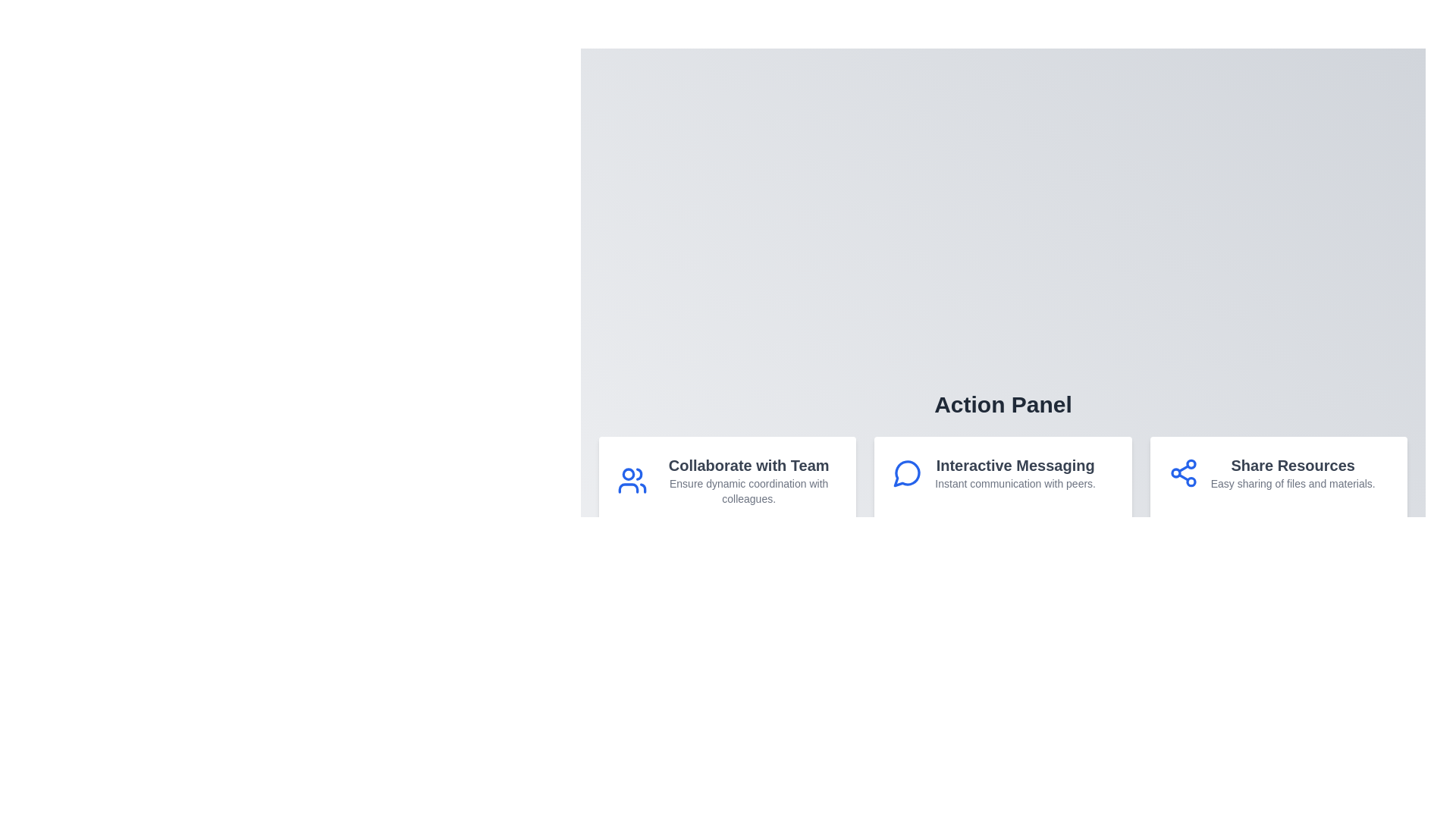 The width and height of the screenshot is (1456, 819). Describe the element at coordinates (1015, 464) in the screenshot. I see `the header text label displaying 'Interactive Messaging' to possibly reveal additional information` at that location.